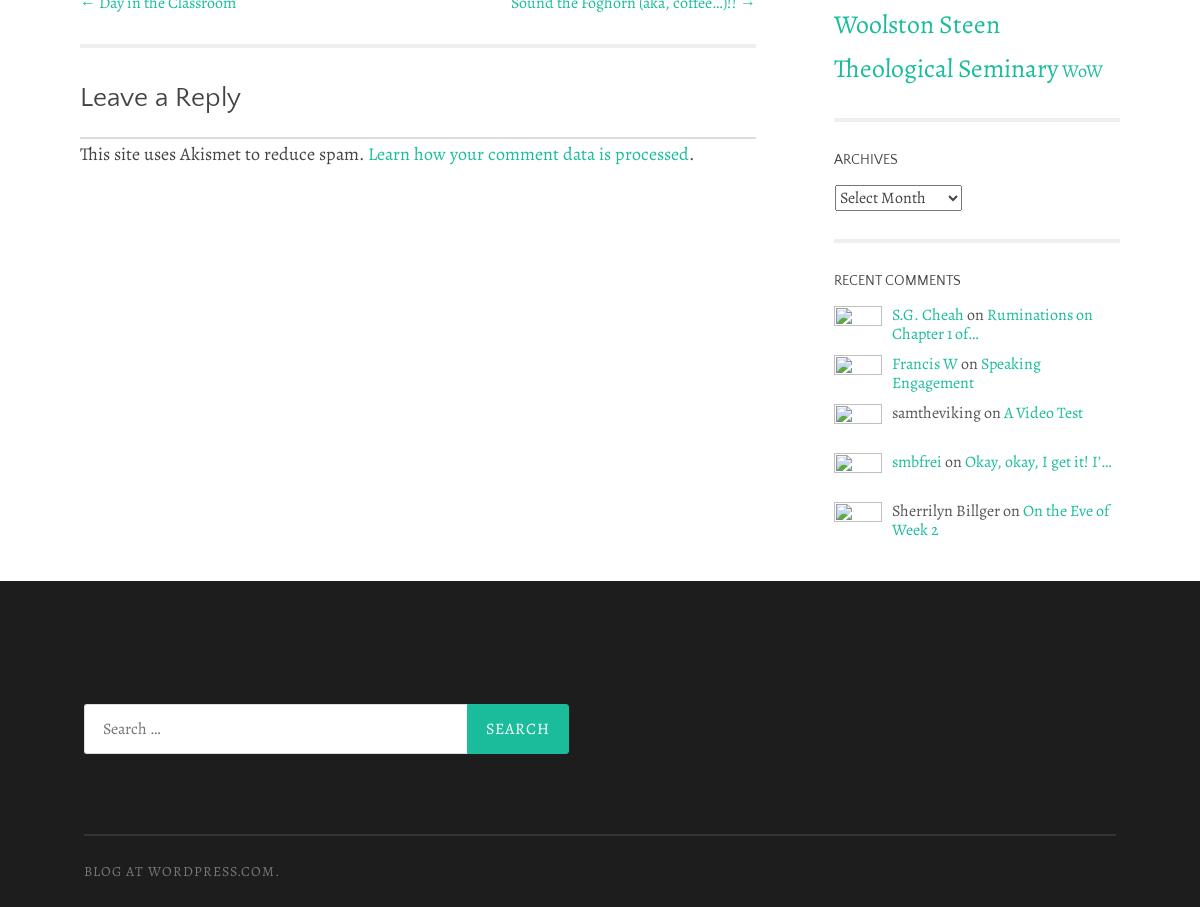 Image resolution: width=1200 pixels, height=907 pixels. Describe the element at coordinates (1038, 461) in the screenshot. I see `'Okay, okay, I get it! I’…'` at that location.